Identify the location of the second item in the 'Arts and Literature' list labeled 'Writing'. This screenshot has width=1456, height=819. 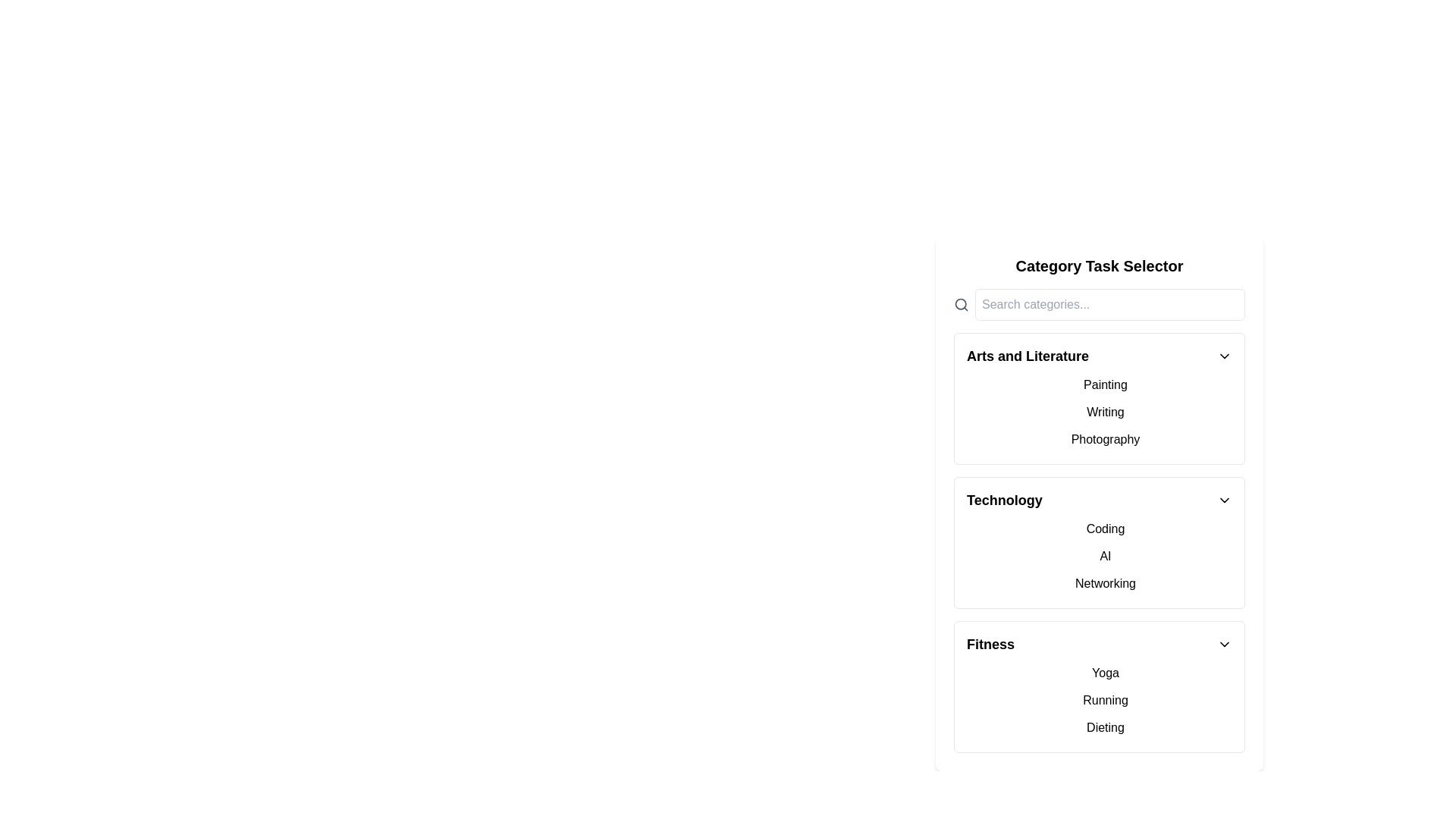
(1106, 412).